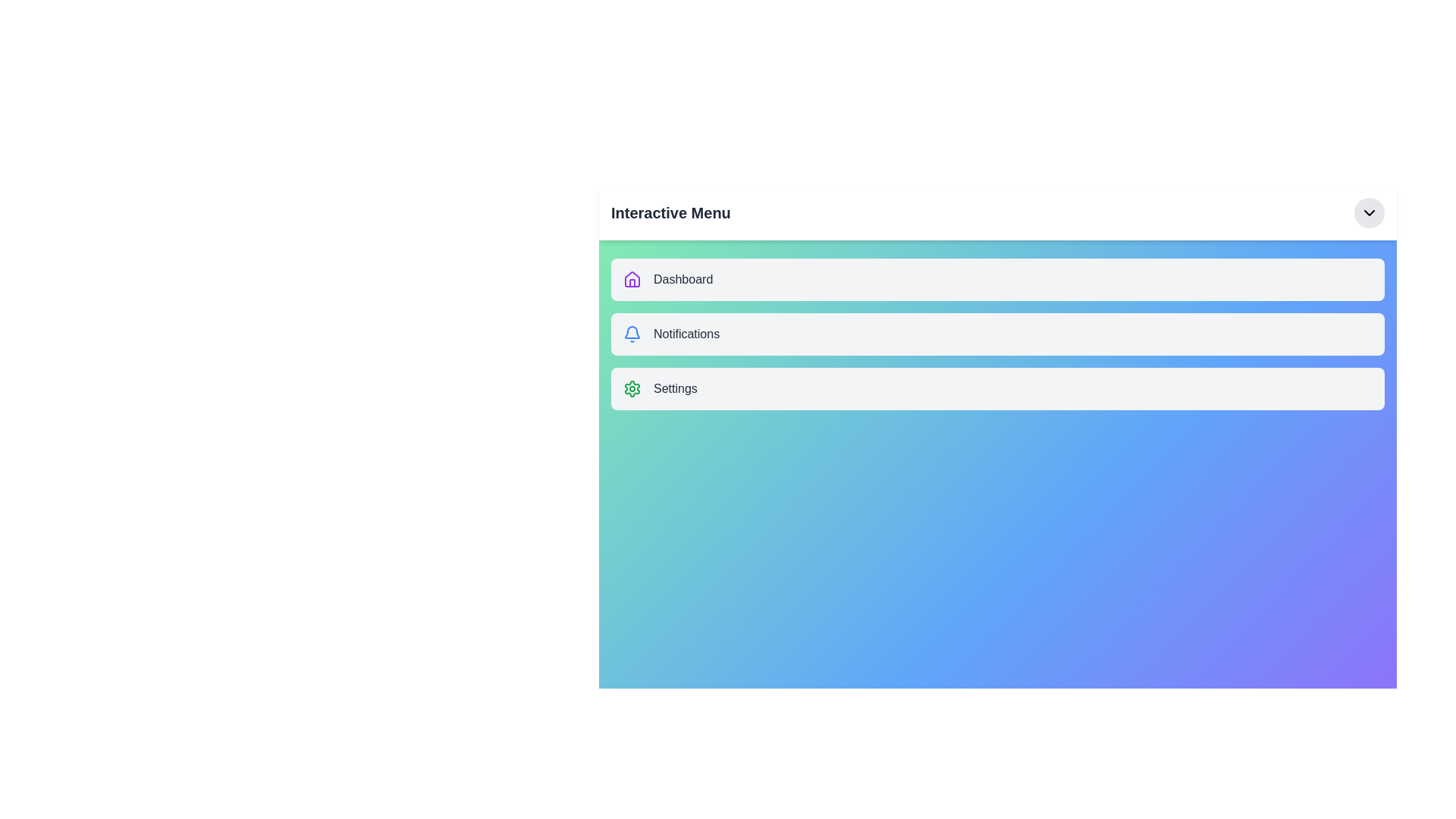 This screenshot has width=1456, height=819. I want to click on the 'Notifications' menu item, so click(997, 333).